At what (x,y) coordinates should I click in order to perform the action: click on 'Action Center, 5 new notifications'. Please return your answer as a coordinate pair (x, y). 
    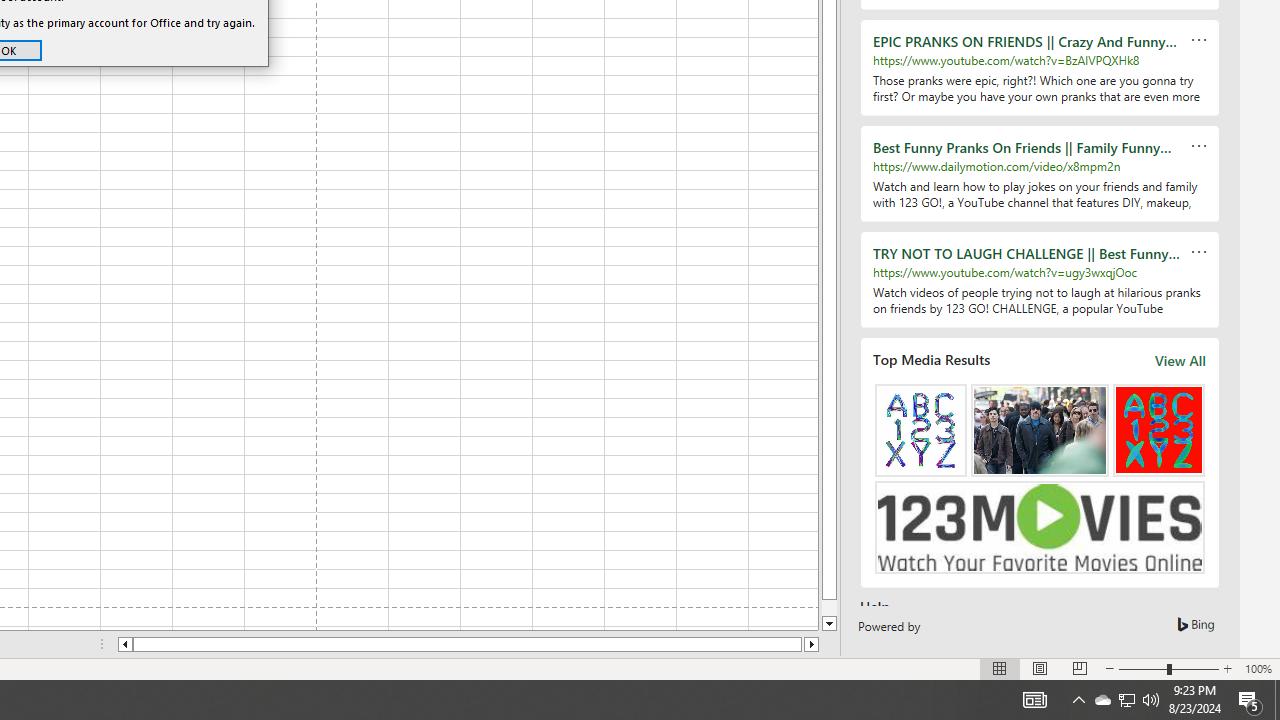
    Looking at the image, I should click on (1250, 698).